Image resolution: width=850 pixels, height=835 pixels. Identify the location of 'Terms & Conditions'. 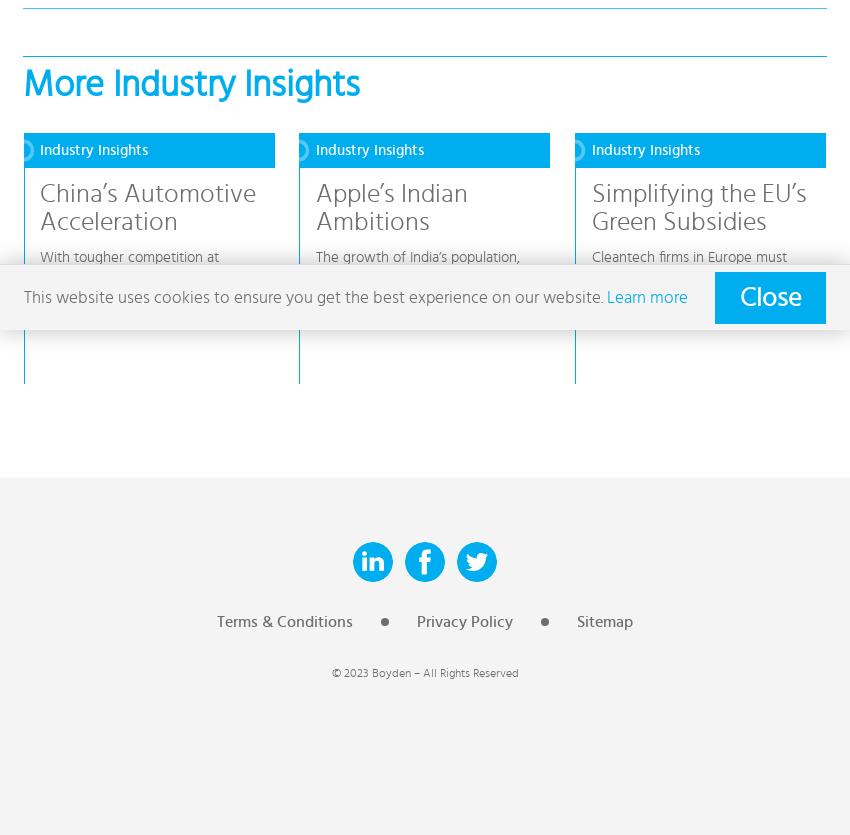
(284, 620).